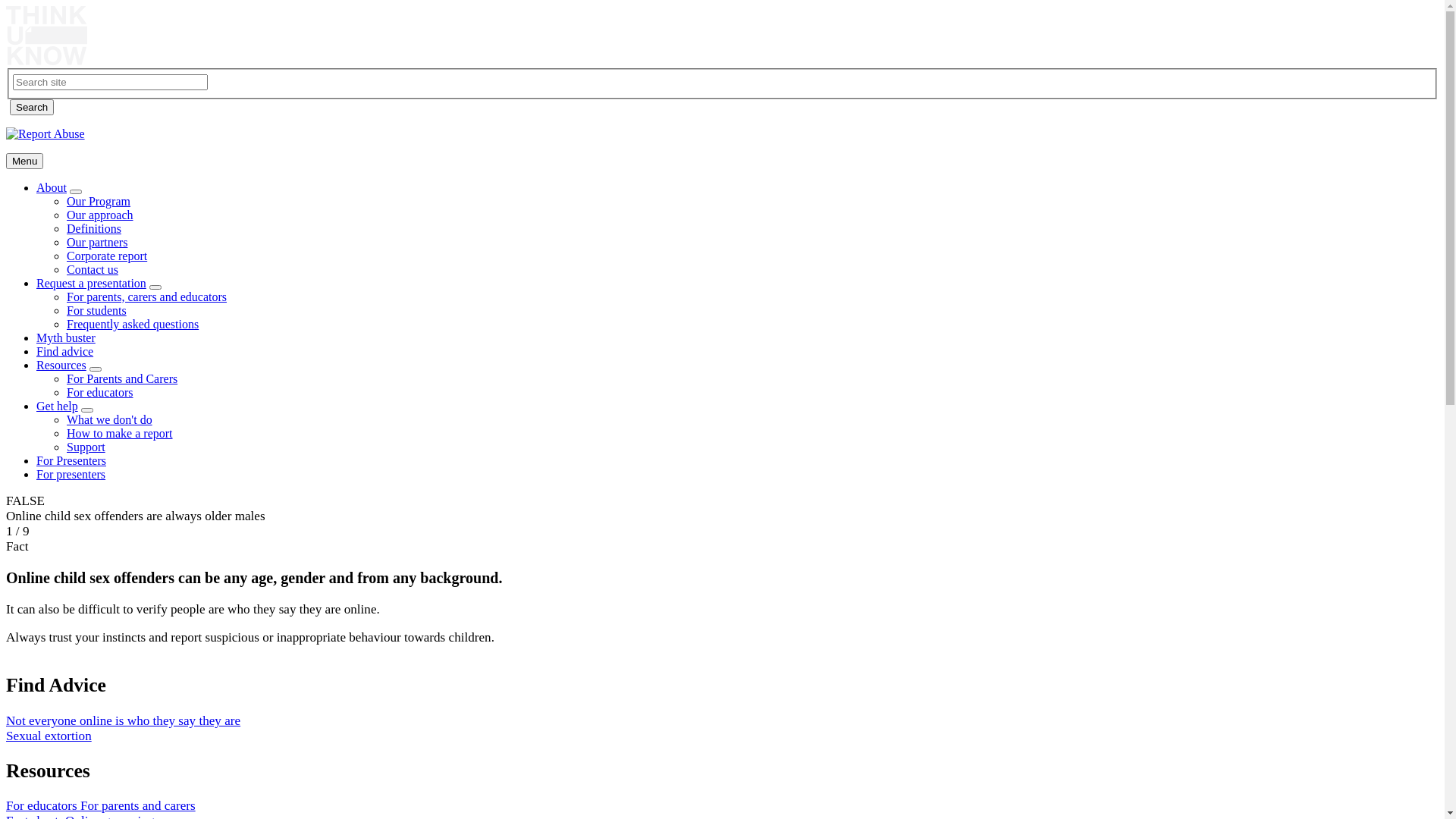  Describe the element at coordinates (49, 735) in the screenshot. I see `'Sexual extortion'` at that location.